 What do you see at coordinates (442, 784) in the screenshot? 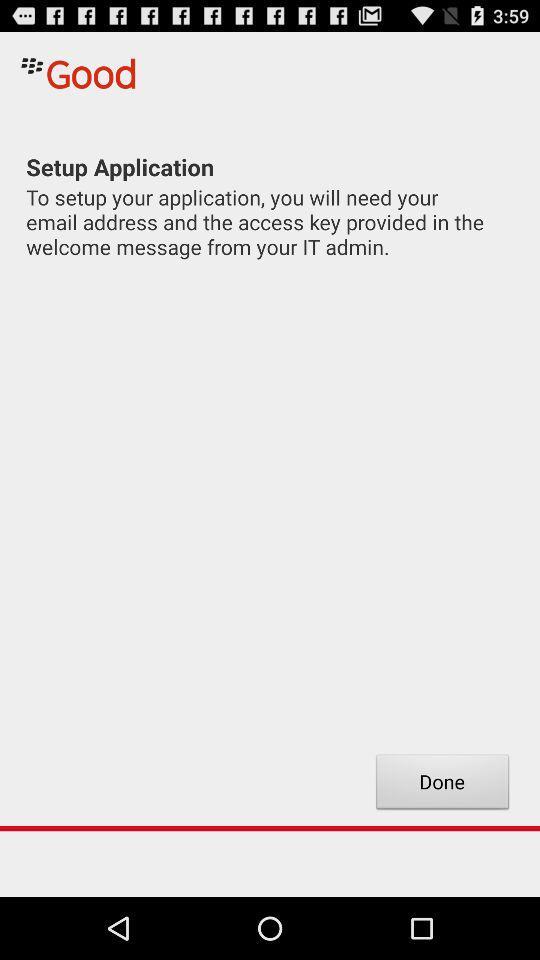
I see `item at the bottom right corner` at bounding box center [442, 784].